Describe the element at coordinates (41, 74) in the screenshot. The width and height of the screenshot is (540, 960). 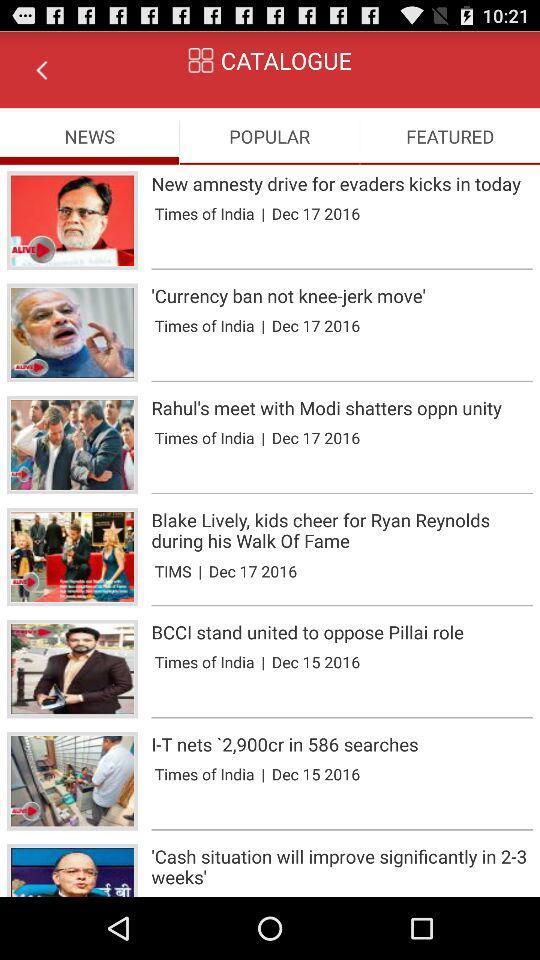
I see `the arrow_backward icon` at that location.